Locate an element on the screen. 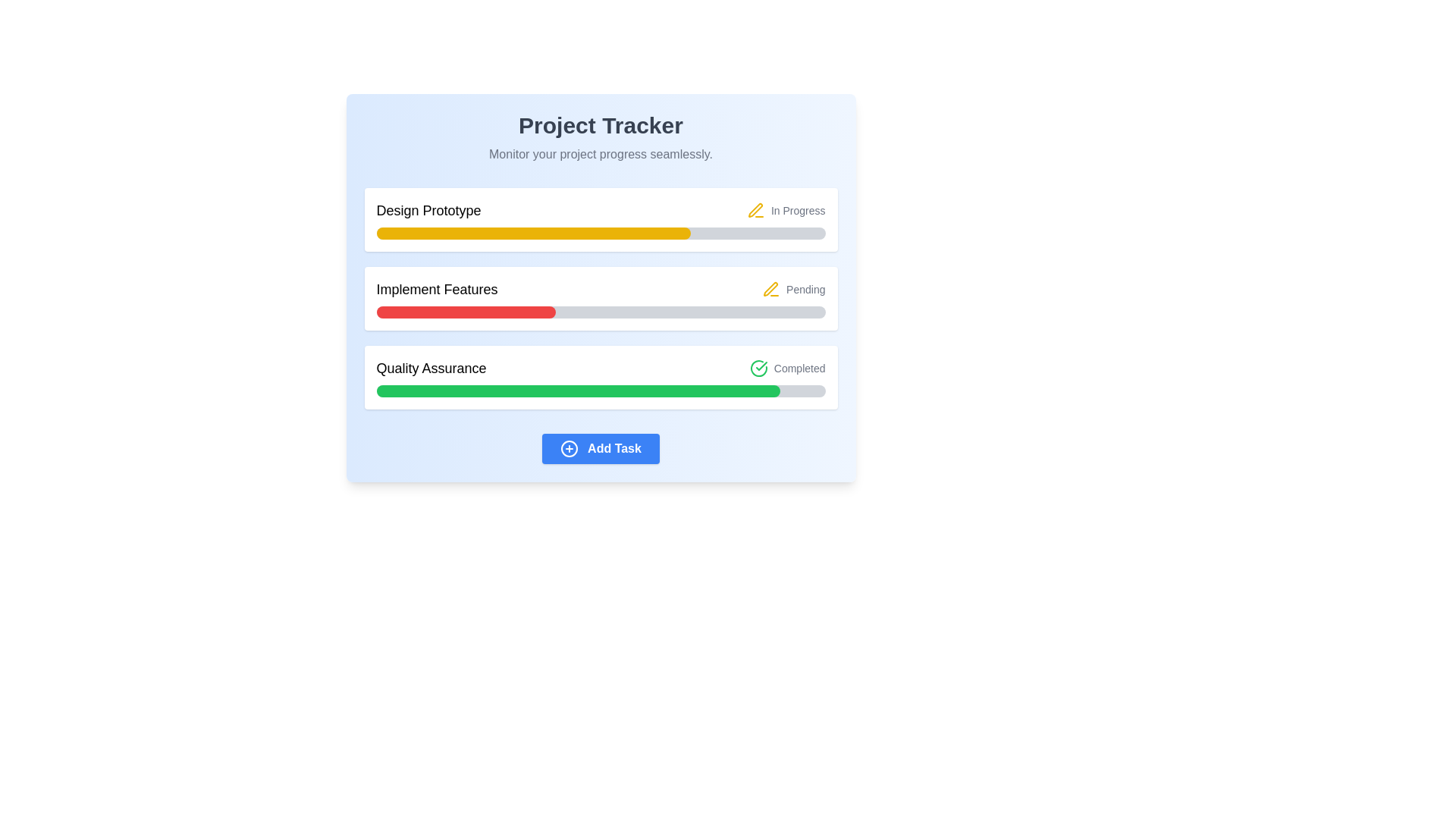 This screenshot has width=1456, height=819. the progress bar representing the 'Implement Features' task, located below its title and status indicator ('Pending') is located at coordinates (600, 312).